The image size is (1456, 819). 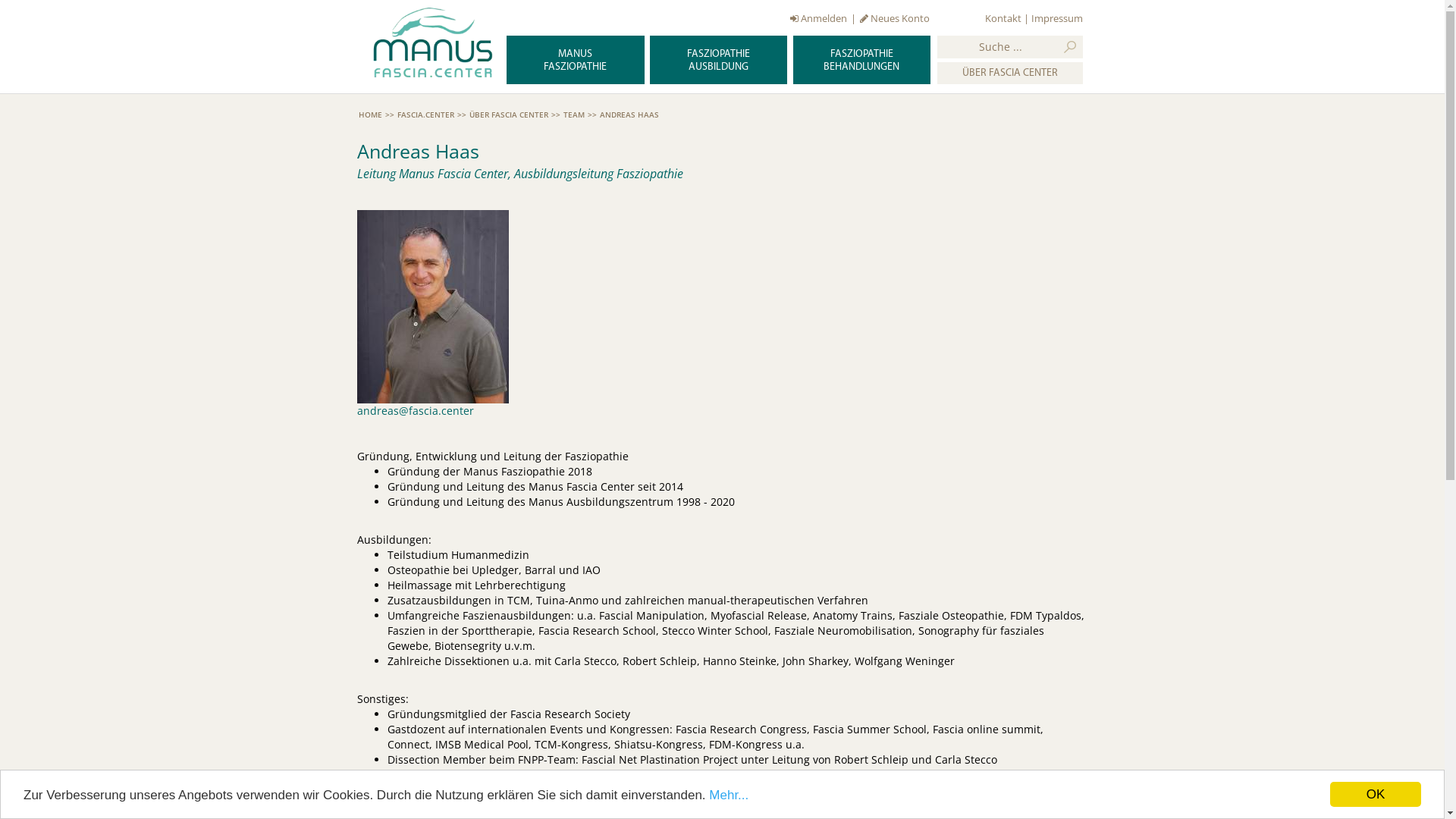 What do you see at coordinates (728, 793) in the screenshot?
I see `'Mehr...'` at bounding box center [728, 793].